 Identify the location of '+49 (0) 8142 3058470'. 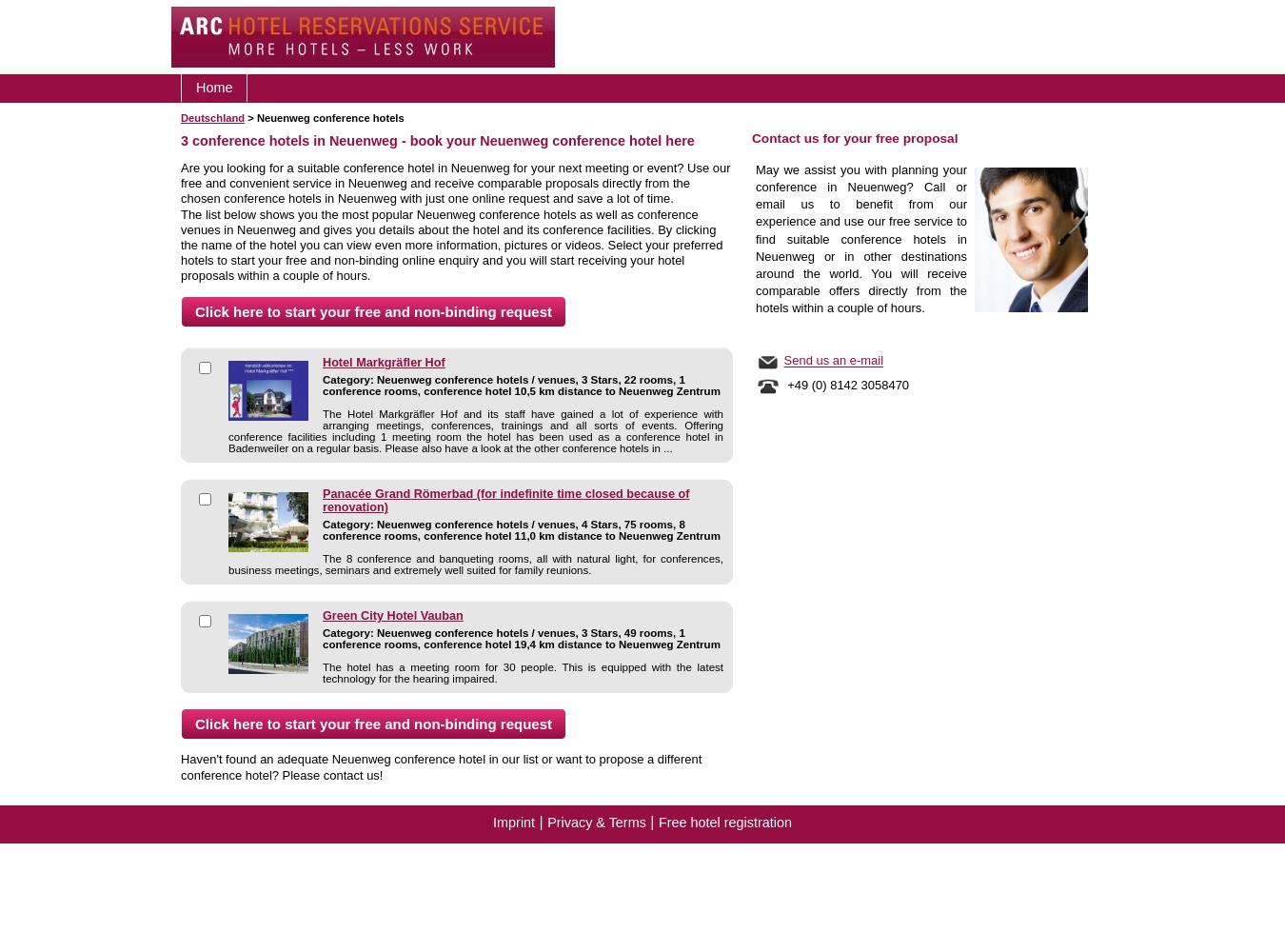
(844, 385).